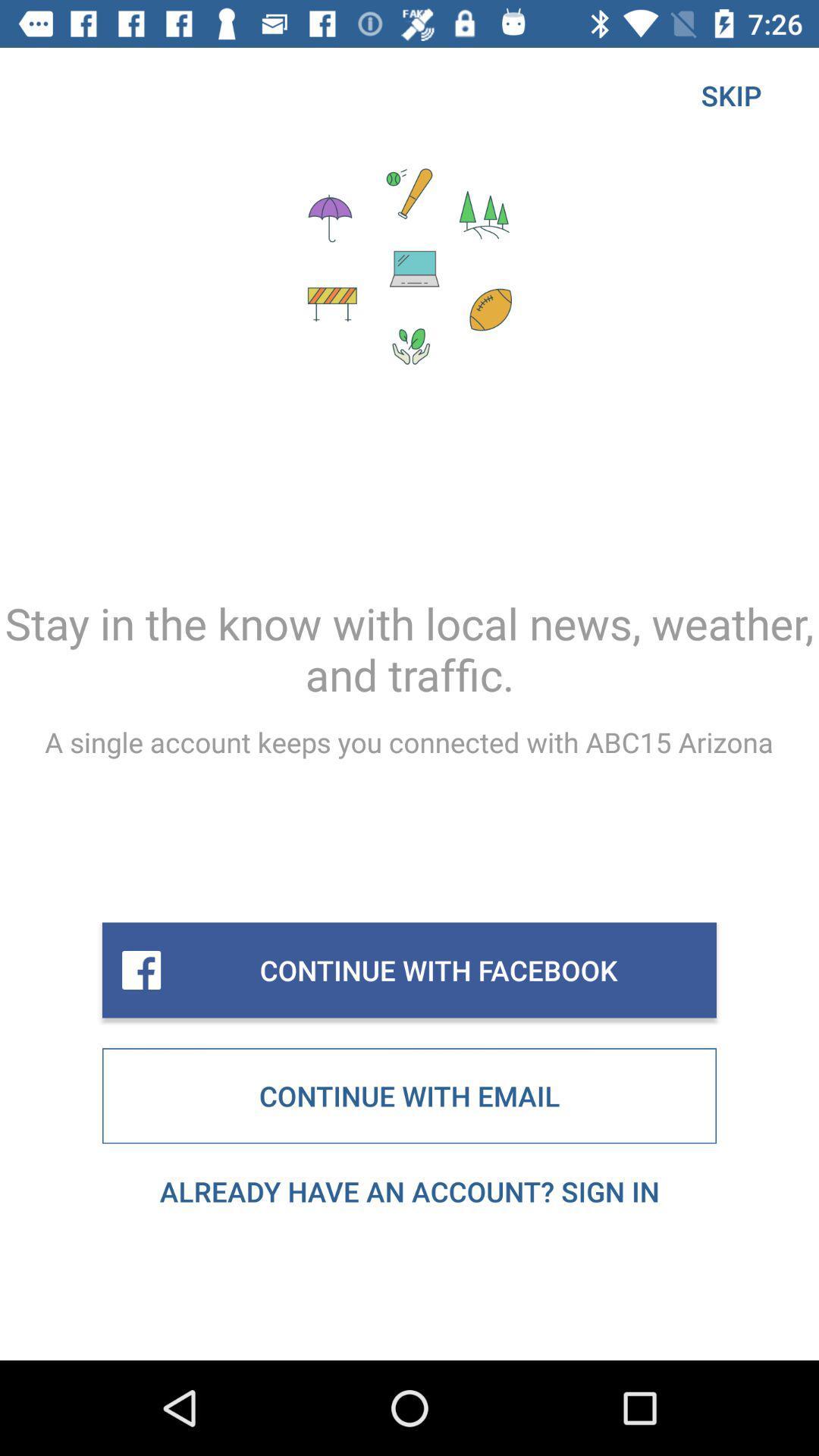  I want to click on icon below the continue with email item, so click(409, 1191).